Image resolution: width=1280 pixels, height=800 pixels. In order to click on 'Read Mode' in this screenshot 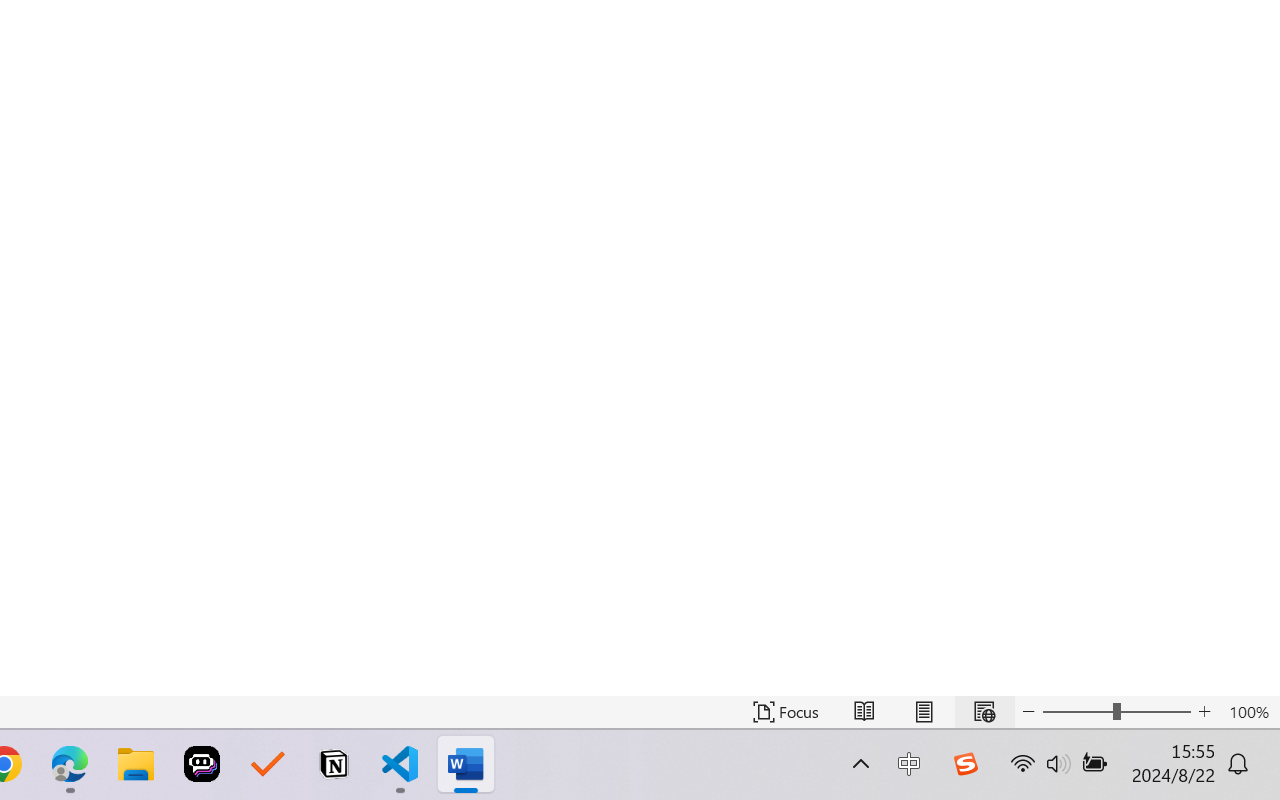, I will do `click(864, 711)`.